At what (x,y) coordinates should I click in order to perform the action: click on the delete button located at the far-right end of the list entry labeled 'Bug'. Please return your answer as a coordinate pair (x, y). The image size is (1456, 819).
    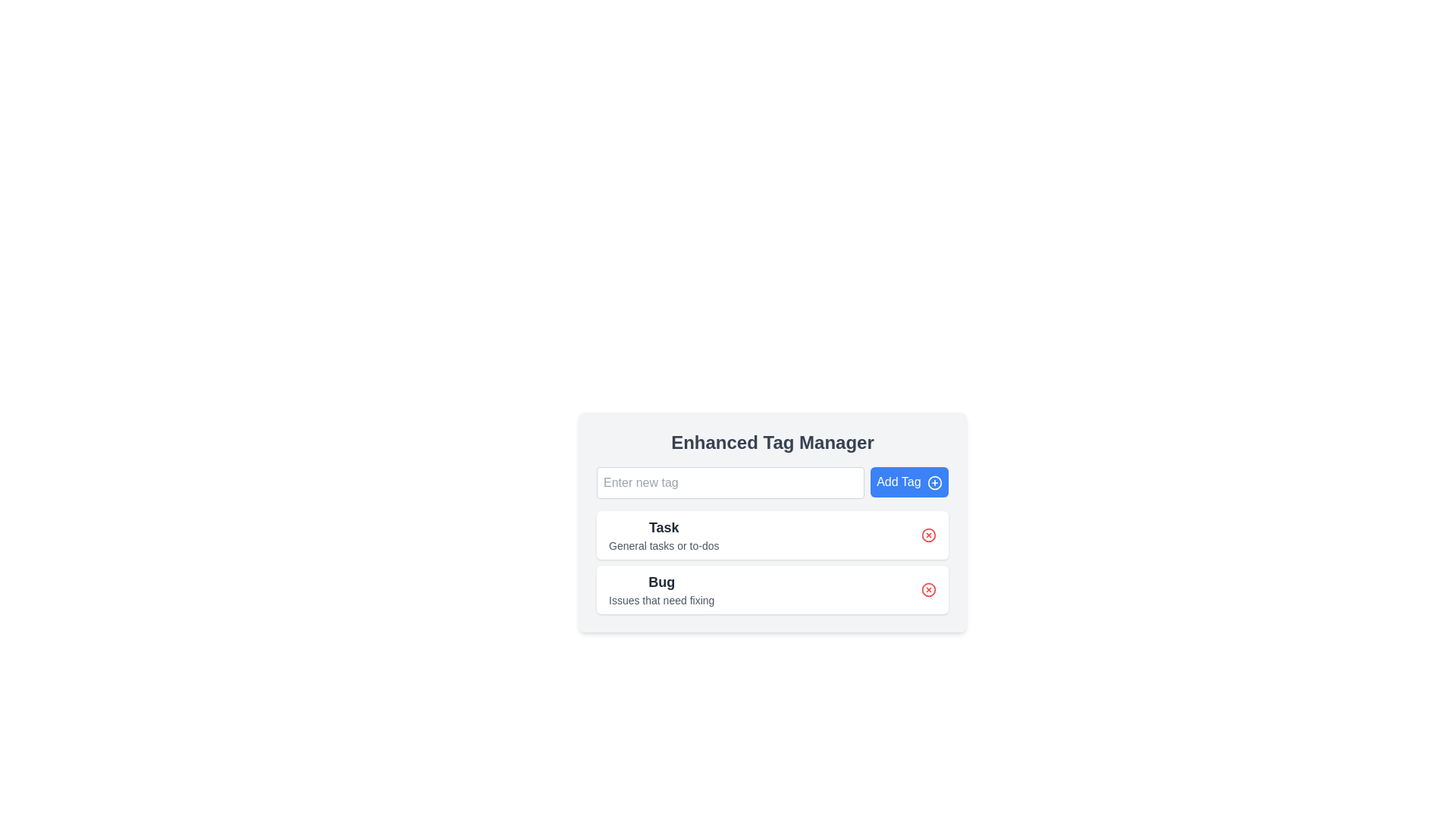
    Looking at the image, I should click on (927, 589).